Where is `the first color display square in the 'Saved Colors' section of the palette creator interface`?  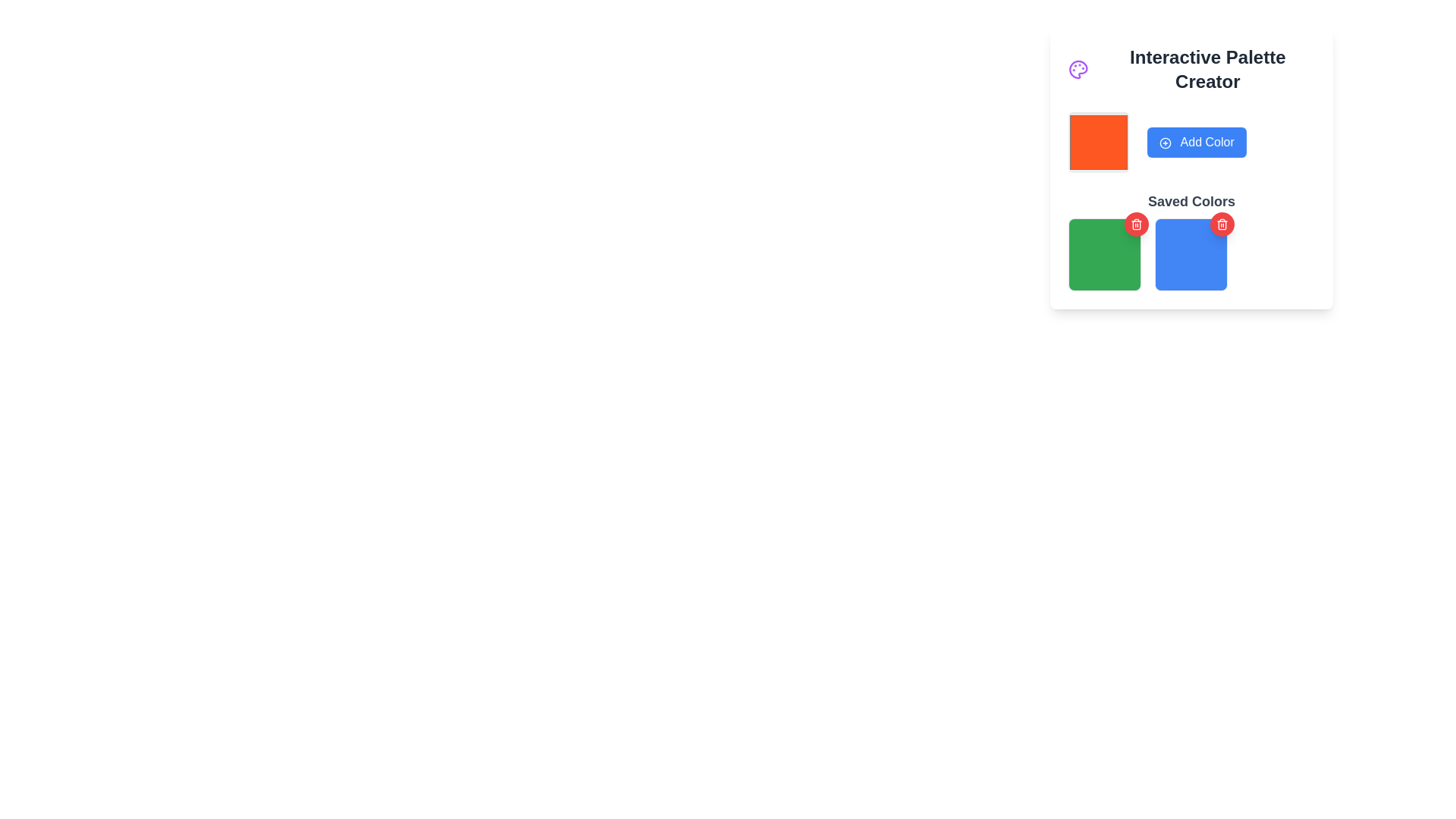 the first color display square in the 'Saved Colors' section of the palette creator interface is located at coordinates (1105, 253).